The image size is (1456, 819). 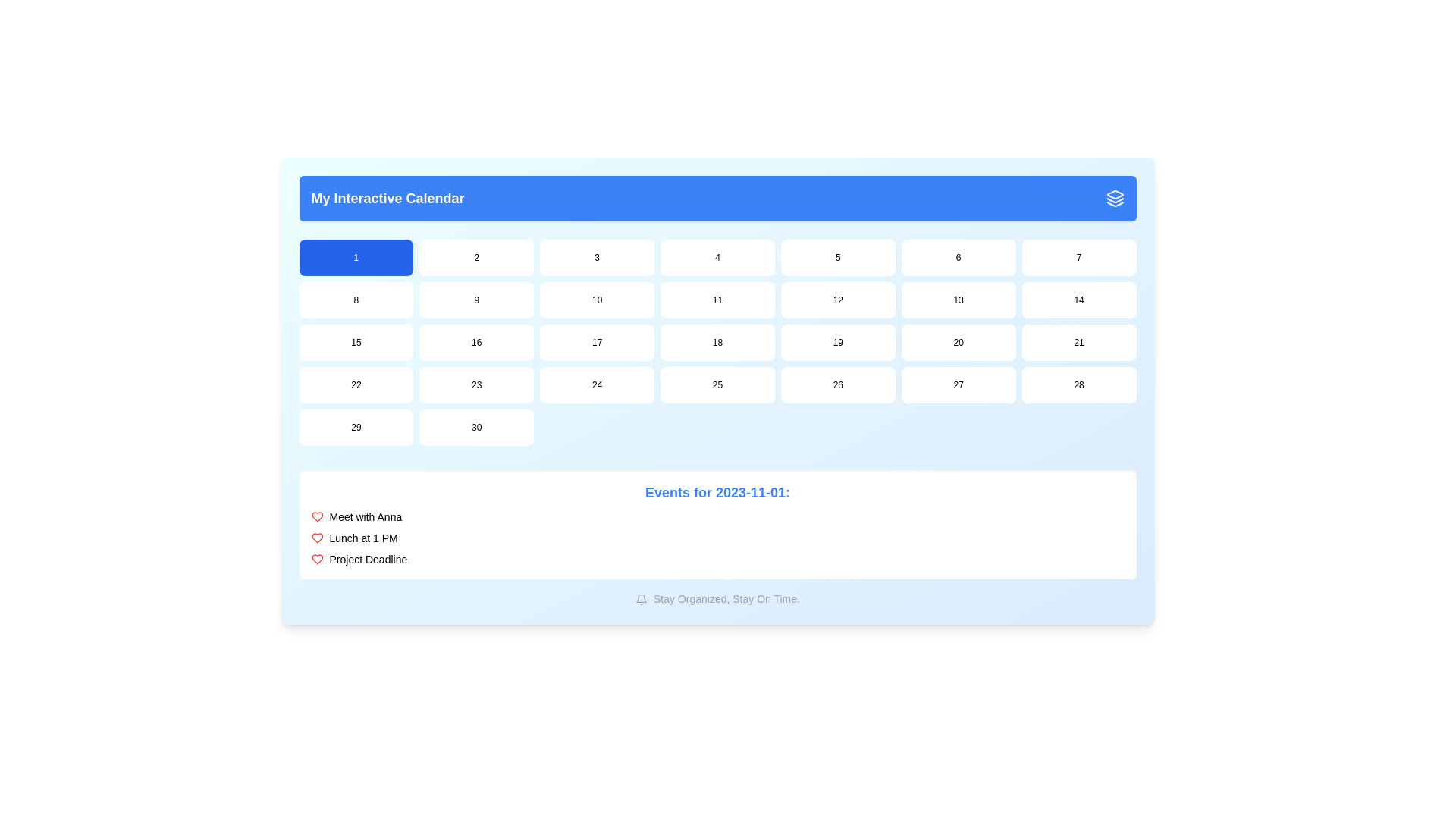 I want to click on the blue button labeled '1' located in the upper left corner of the grid just below the header 'My Interactive Calendar', so click(x=355, y=256).